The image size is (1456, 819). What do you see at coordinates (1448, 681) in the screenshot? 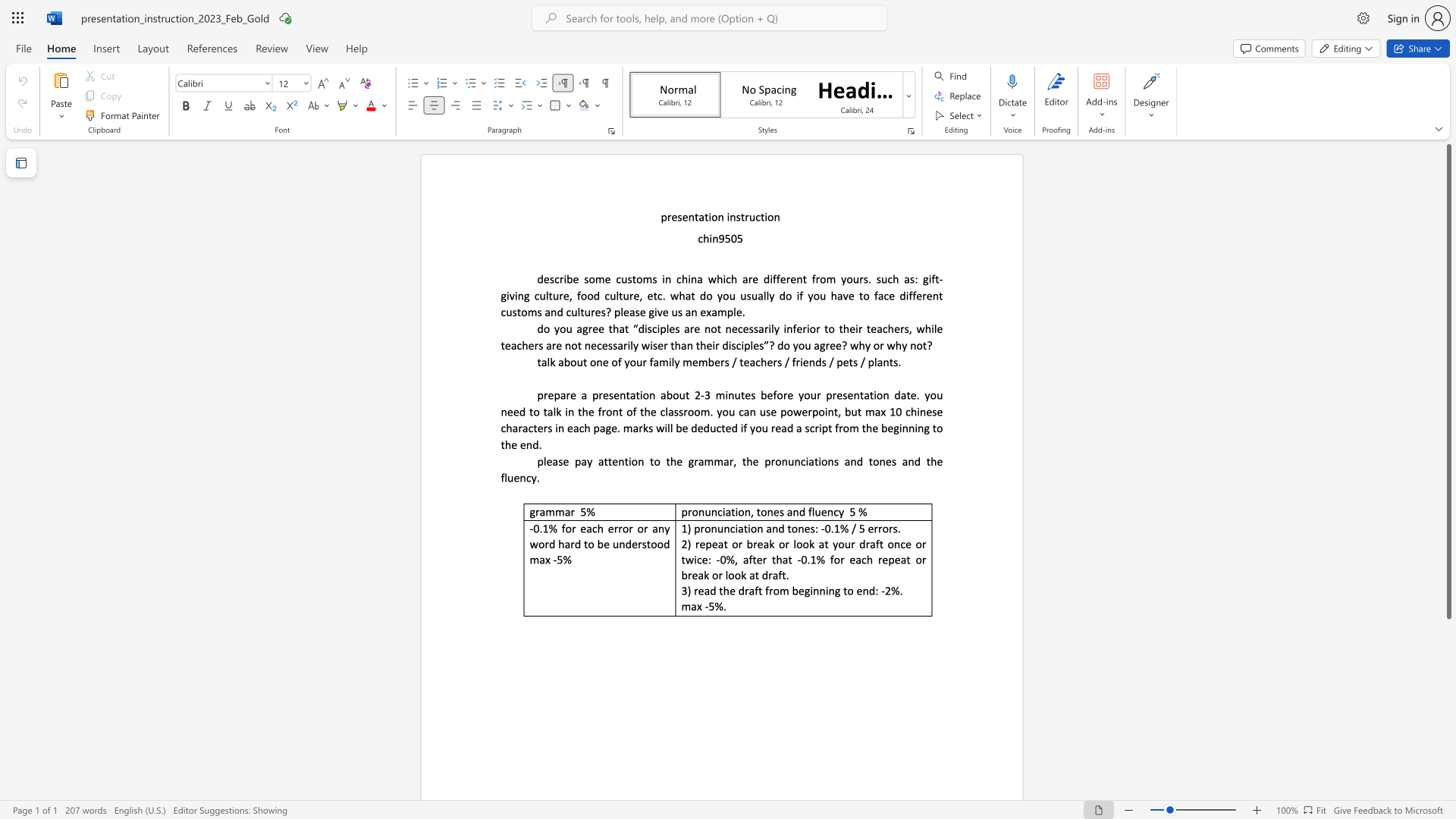
I see `the scrollbar on the right to shift the page lower` at bounding box center [1448, 681].